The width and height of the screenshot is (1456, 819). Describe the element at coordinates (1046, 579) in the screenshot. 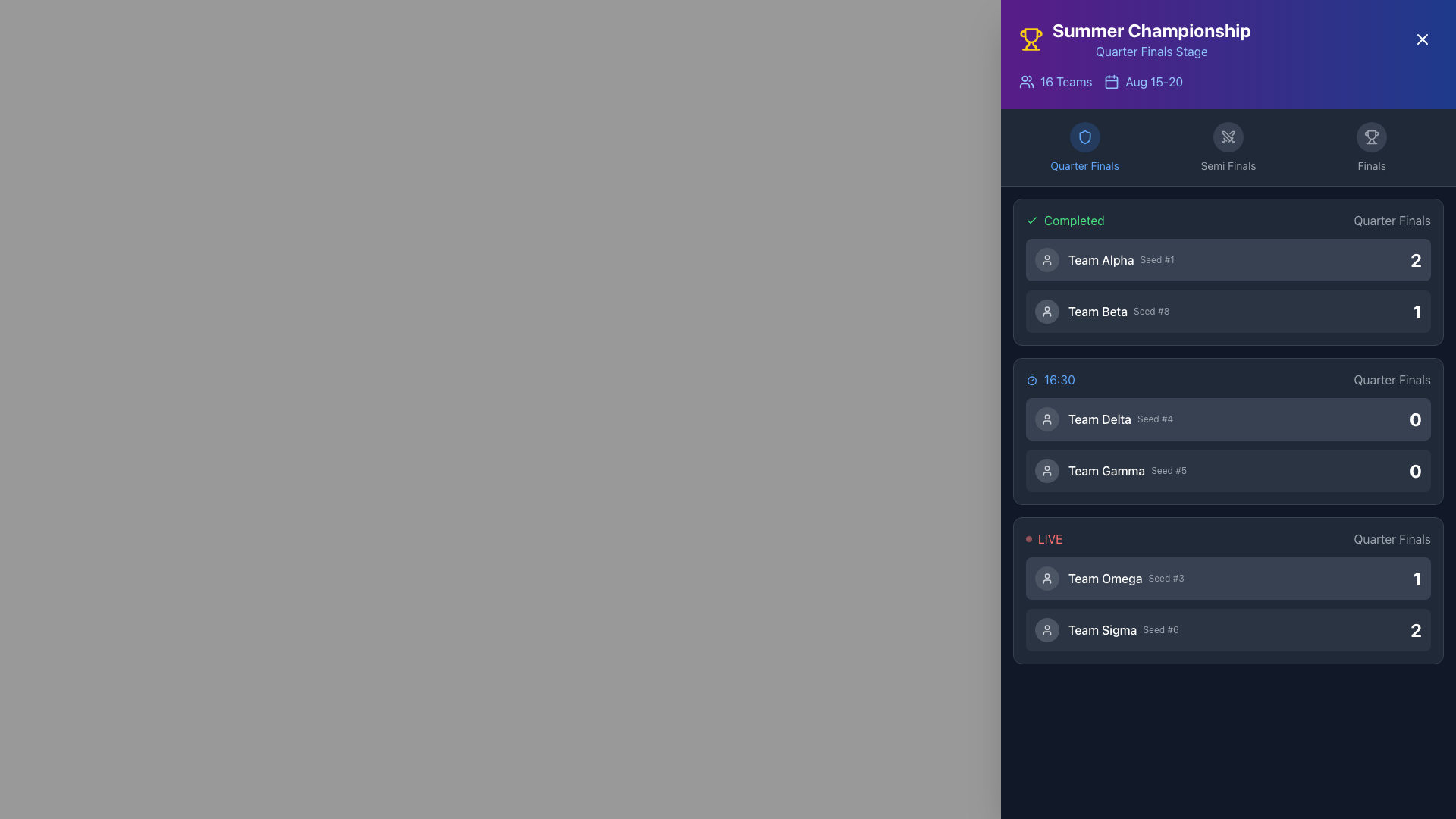

I see `the small, circular user avatar icon located to the left of the 'Team Omega' label in the 'Live' quarter finals section` at that location.